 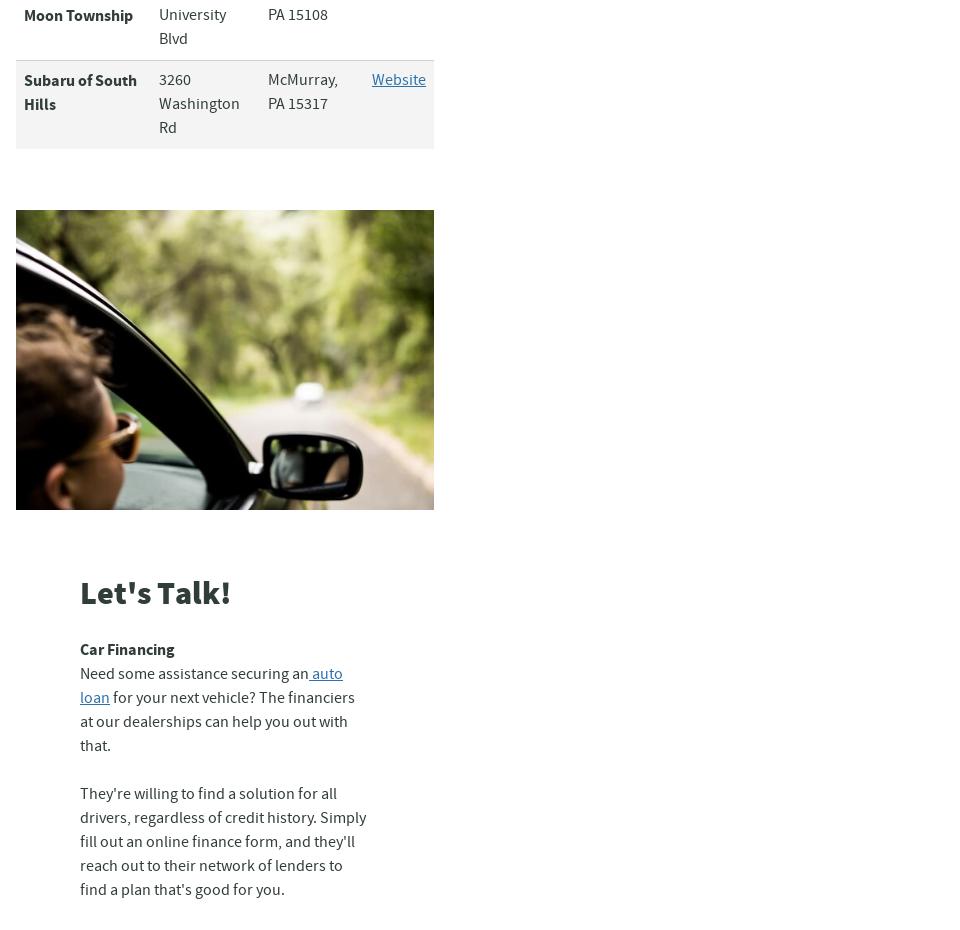 What do you see at coordinates (79, 685) in the screenshot?
I see `'auto loan'` at bounding box center [79, 685].